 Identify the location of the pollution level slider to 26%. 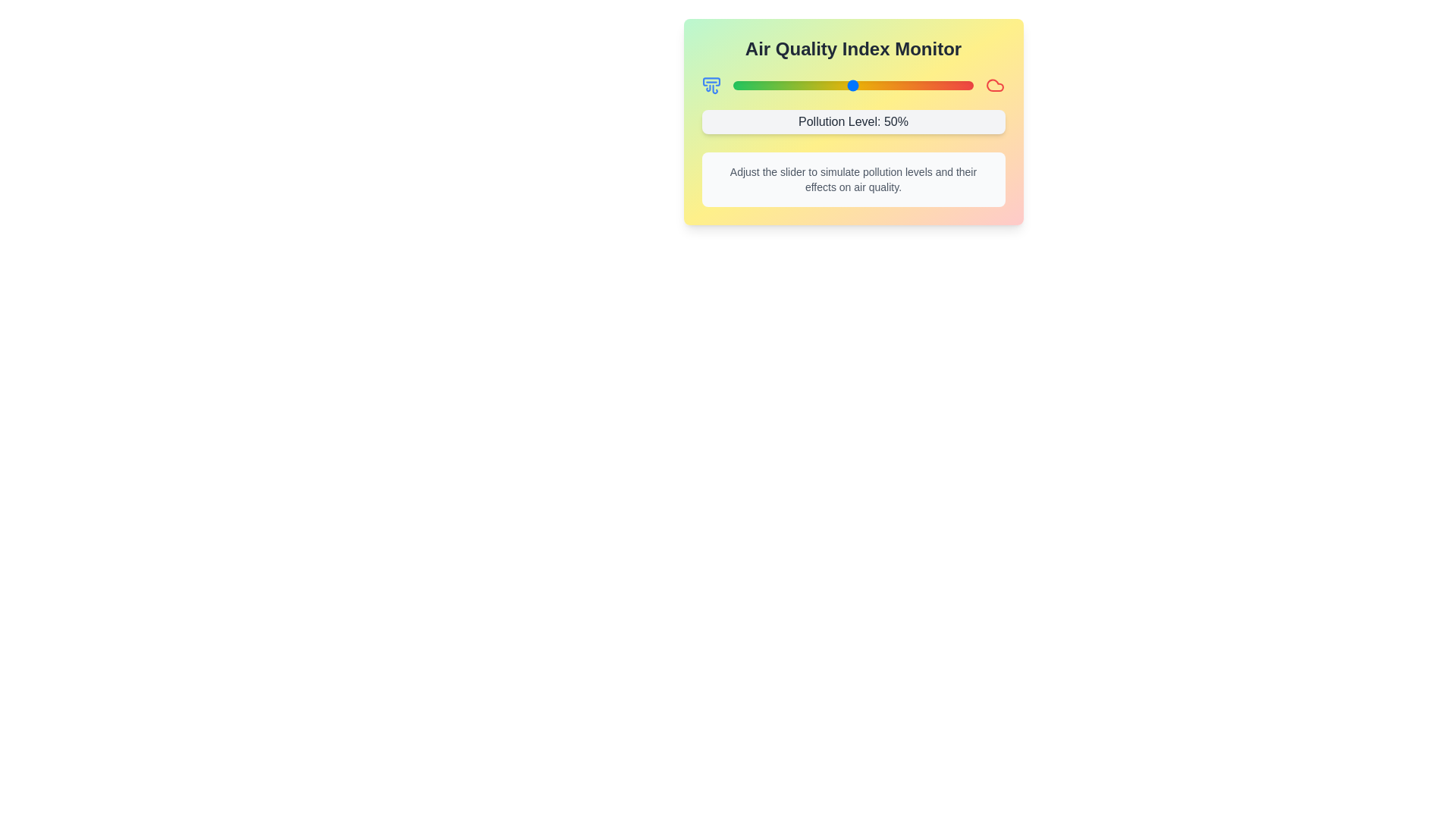
(795, 85).